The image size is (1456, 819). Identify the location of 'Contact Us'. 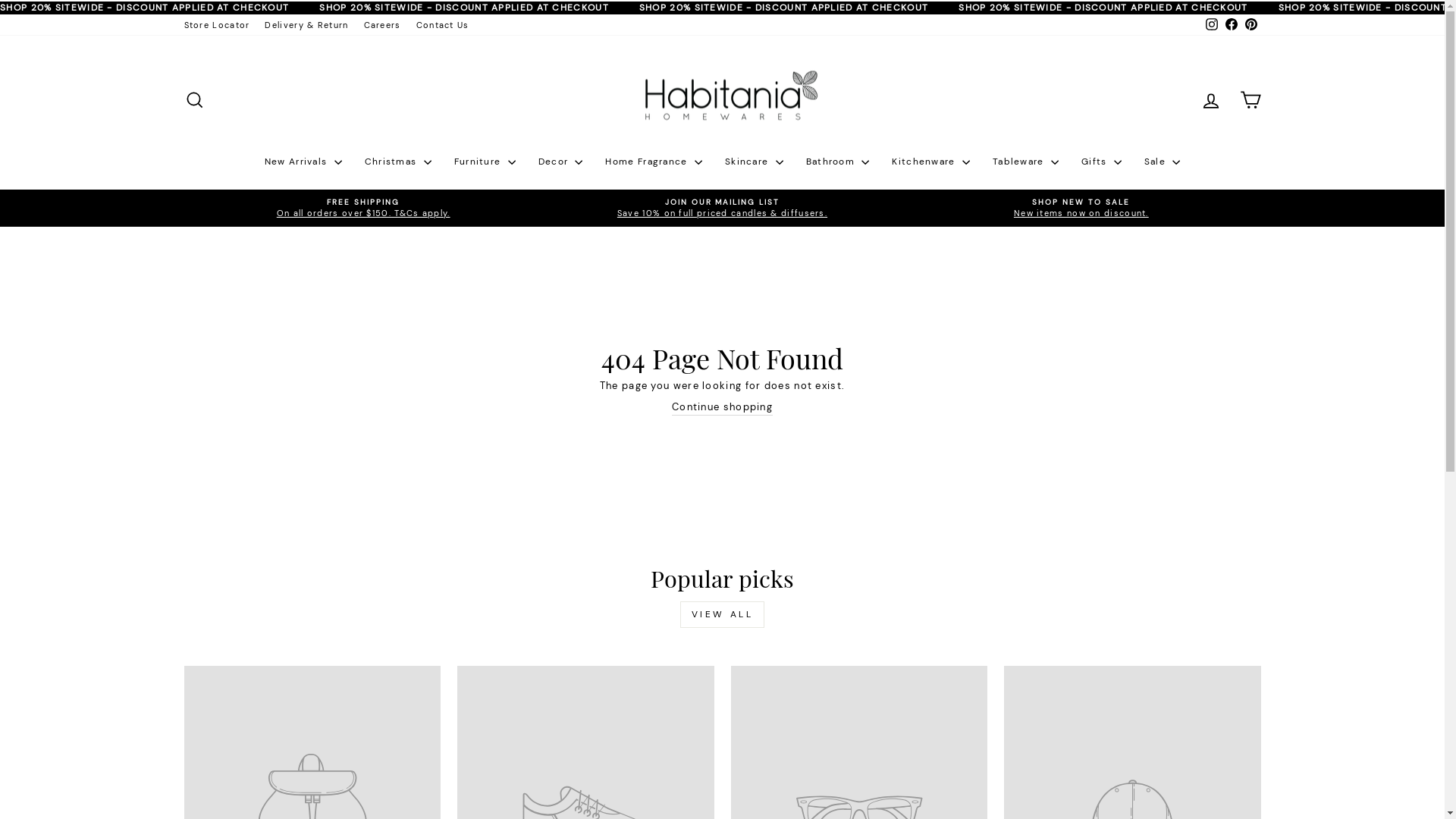
(442, 25).